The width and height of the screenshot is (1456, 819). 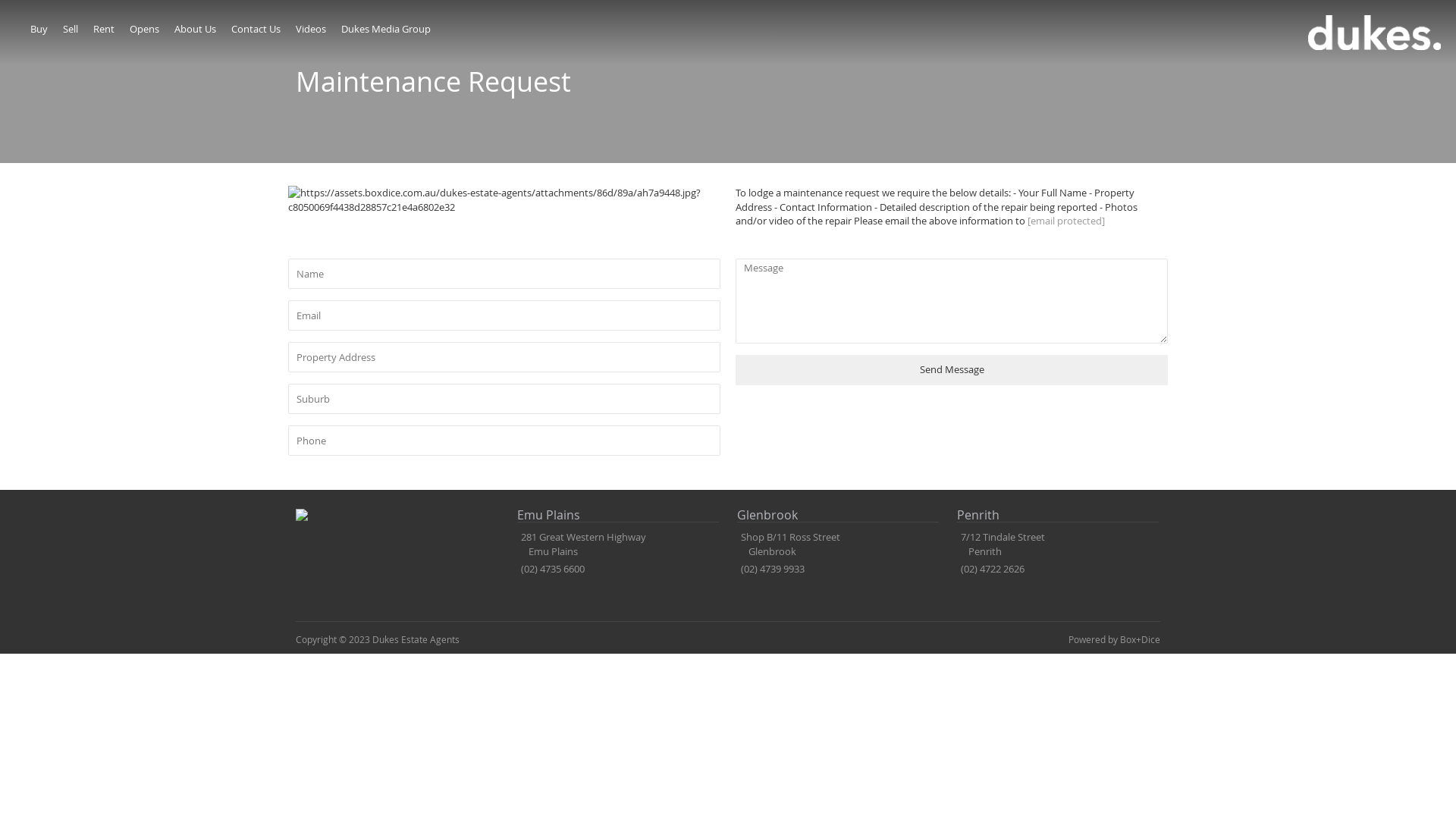 What do you see at coordinates (950, 370) in the screenshot?
I see `'Send Message'` at bounding box center [950, 370].